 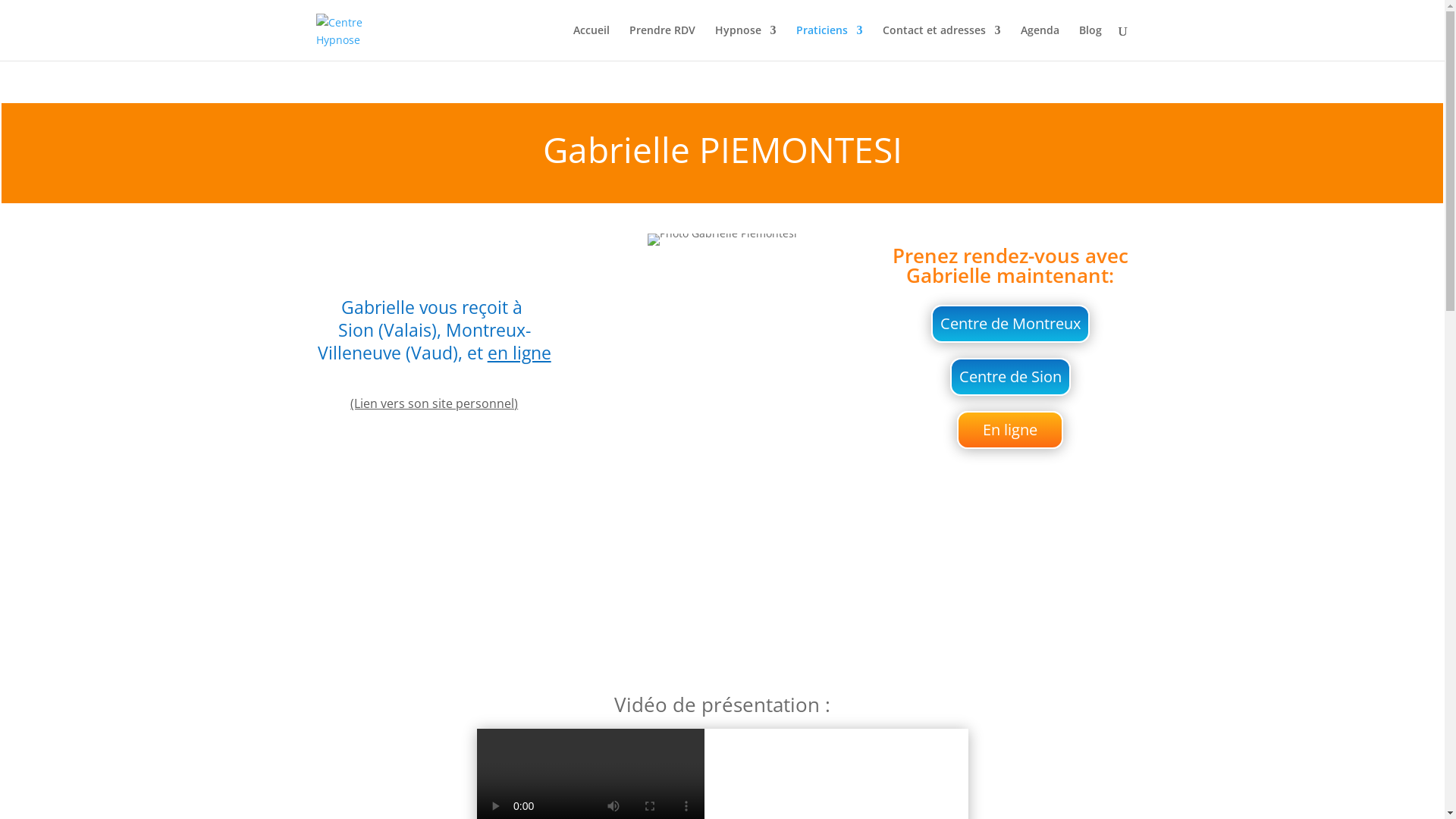 What do you see at coordinates (1039, 42) in the screenshot?
I see `'Agenda'` at bounding box center [1039, 42].